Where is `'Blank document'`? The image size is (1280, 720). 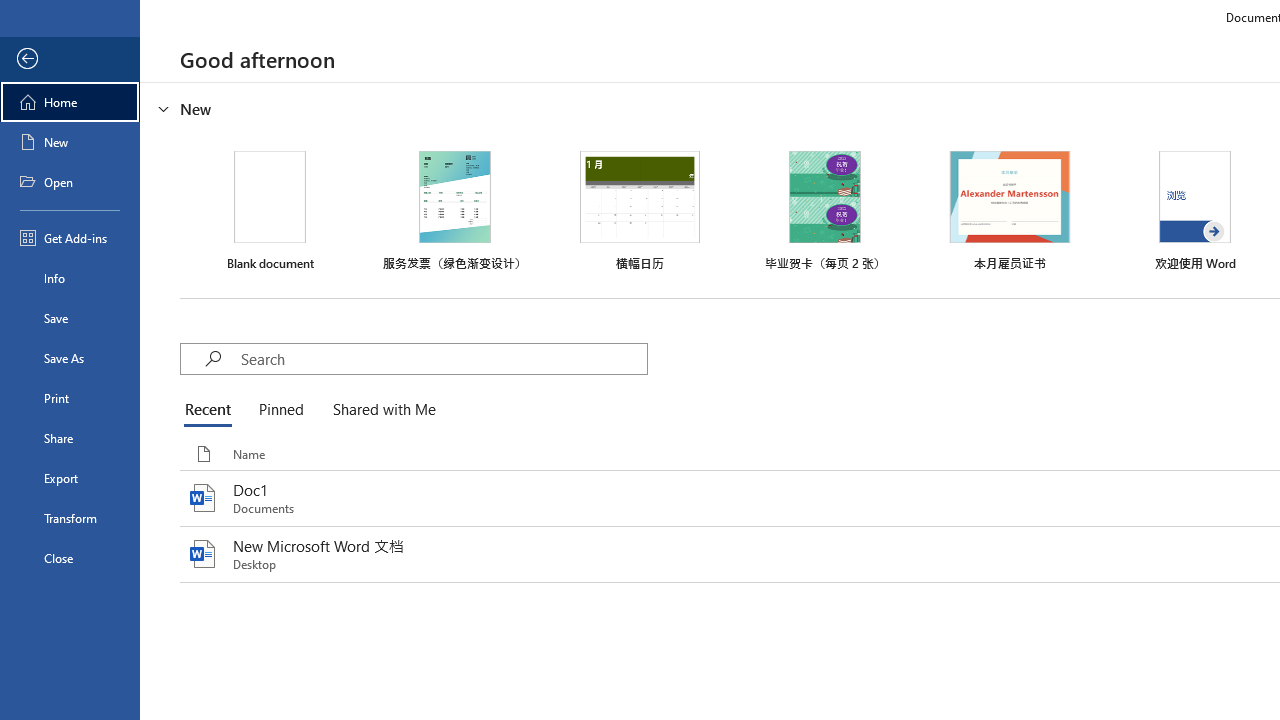 'Blank document' is located at coordinates (269, 211).